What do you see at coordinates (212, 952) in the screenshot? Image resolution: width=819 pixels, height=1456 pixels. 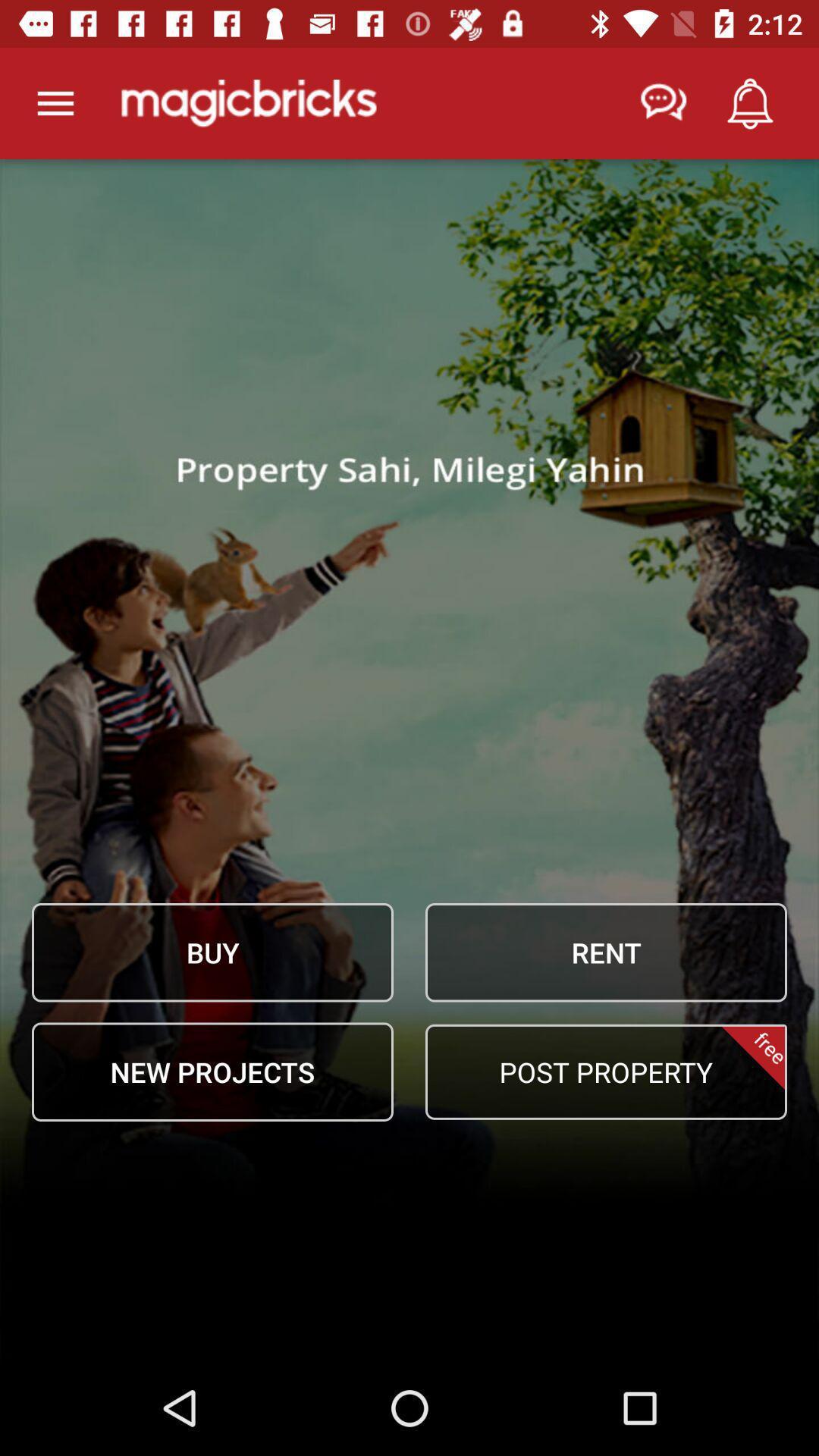 I see `the buy item` at bounding box center [212, 952].